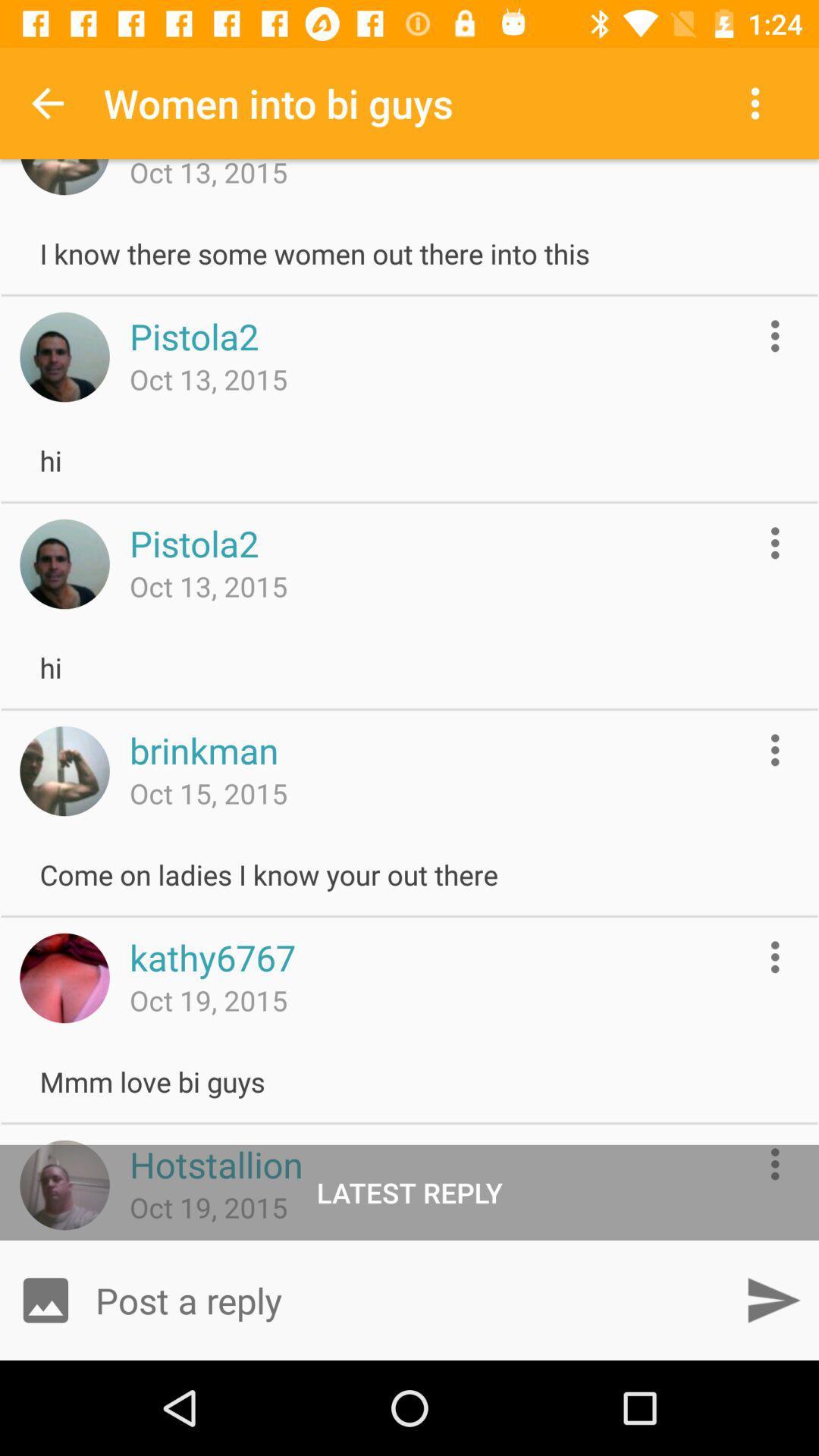  I want to click on post a reply, so click(409, 1299).